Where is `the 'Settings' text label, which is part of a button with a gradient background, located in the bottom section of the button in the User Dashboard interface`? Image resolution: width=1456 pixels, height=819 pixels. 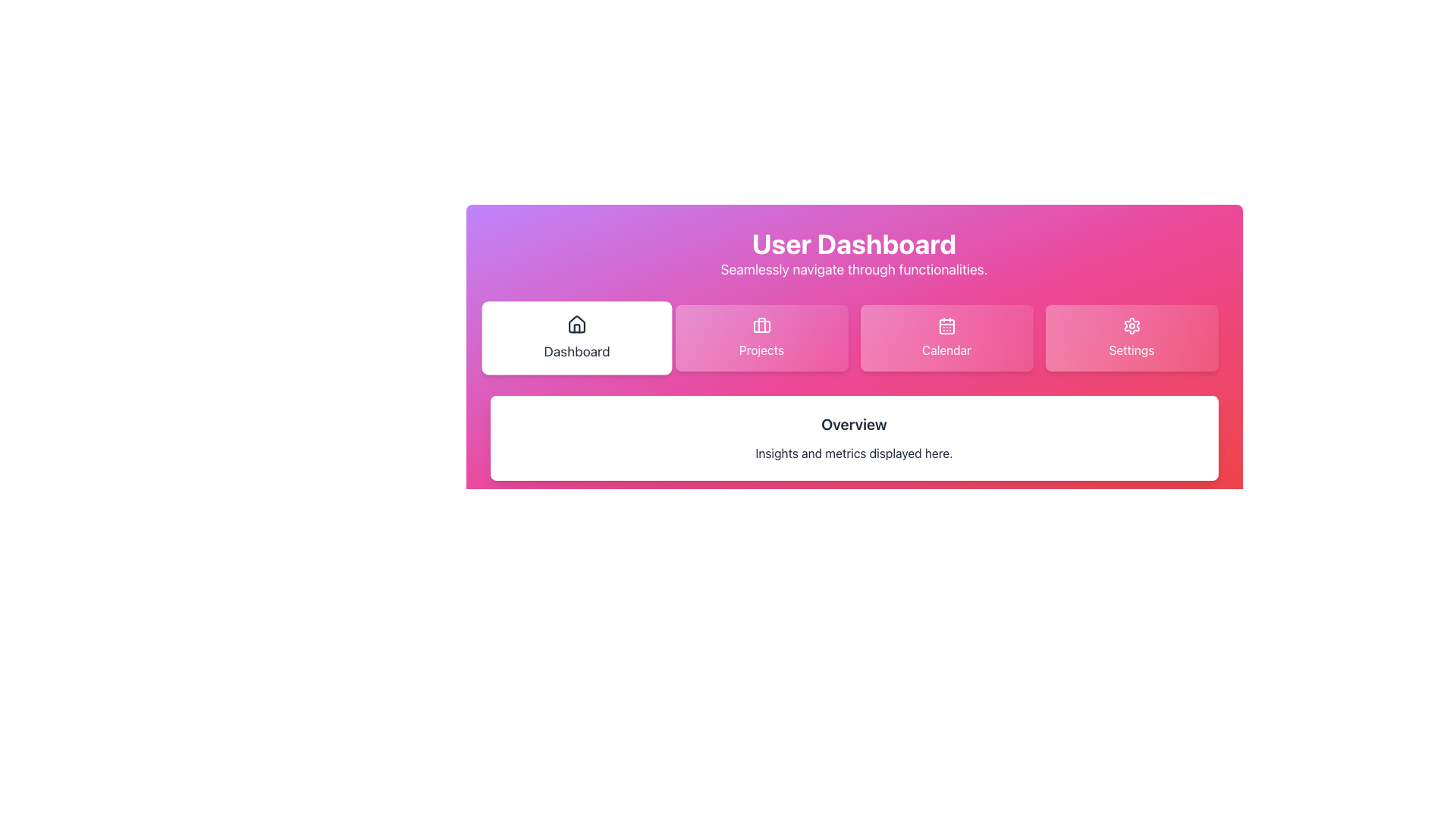 the 'Settings' text label, which is part of a button with a gradient background, located in the bottom section of the button in the User Dashboard interface is located at coordinates (1131, 350).